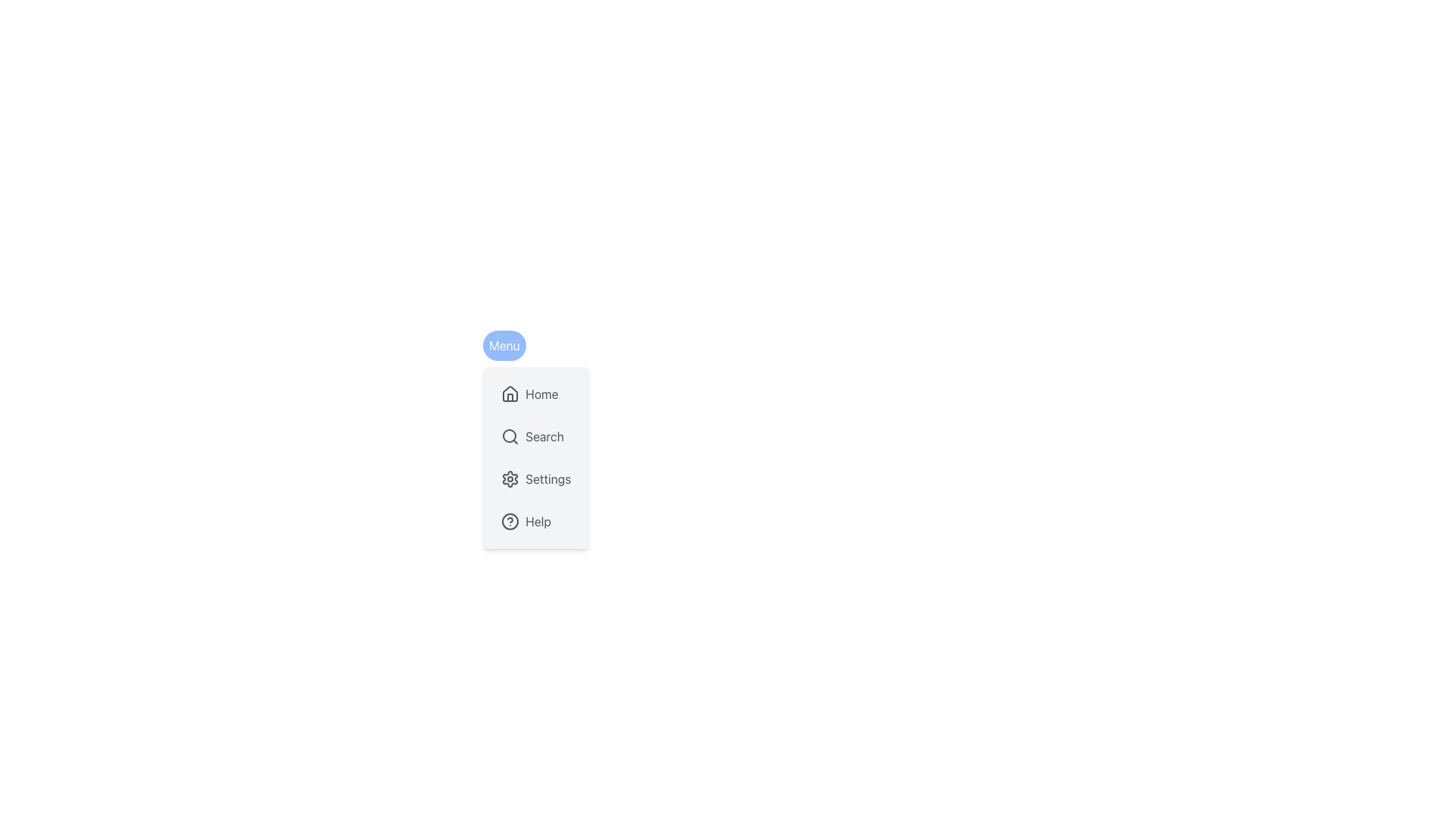  Describe the element at coordinates (510, 479) in the screenshot. I see `the gear-shaped icon in the settings menu` at that location.